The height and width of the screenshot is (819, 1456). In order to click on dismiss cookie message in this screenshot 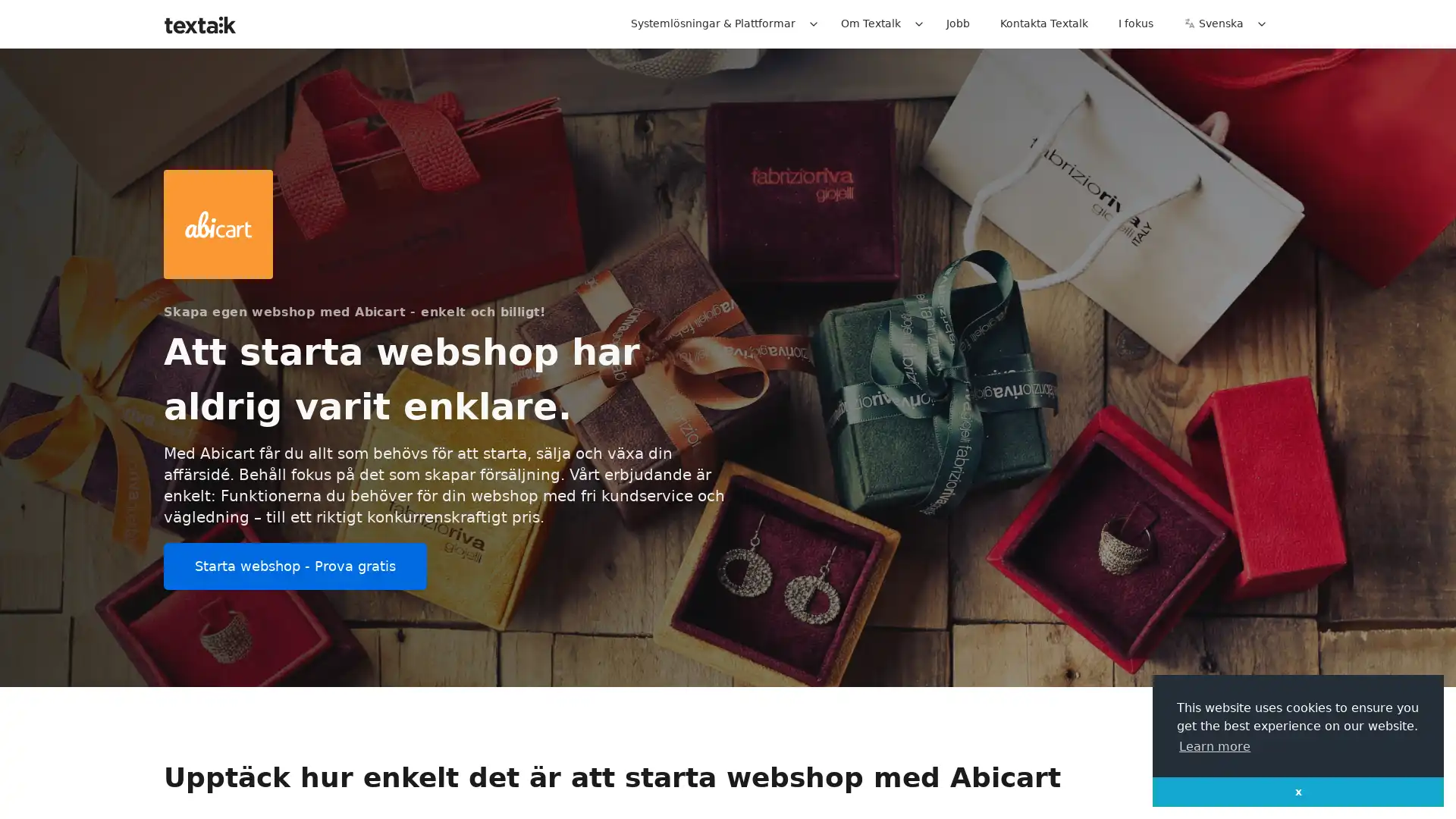, I will do `click(1298, 791)`.